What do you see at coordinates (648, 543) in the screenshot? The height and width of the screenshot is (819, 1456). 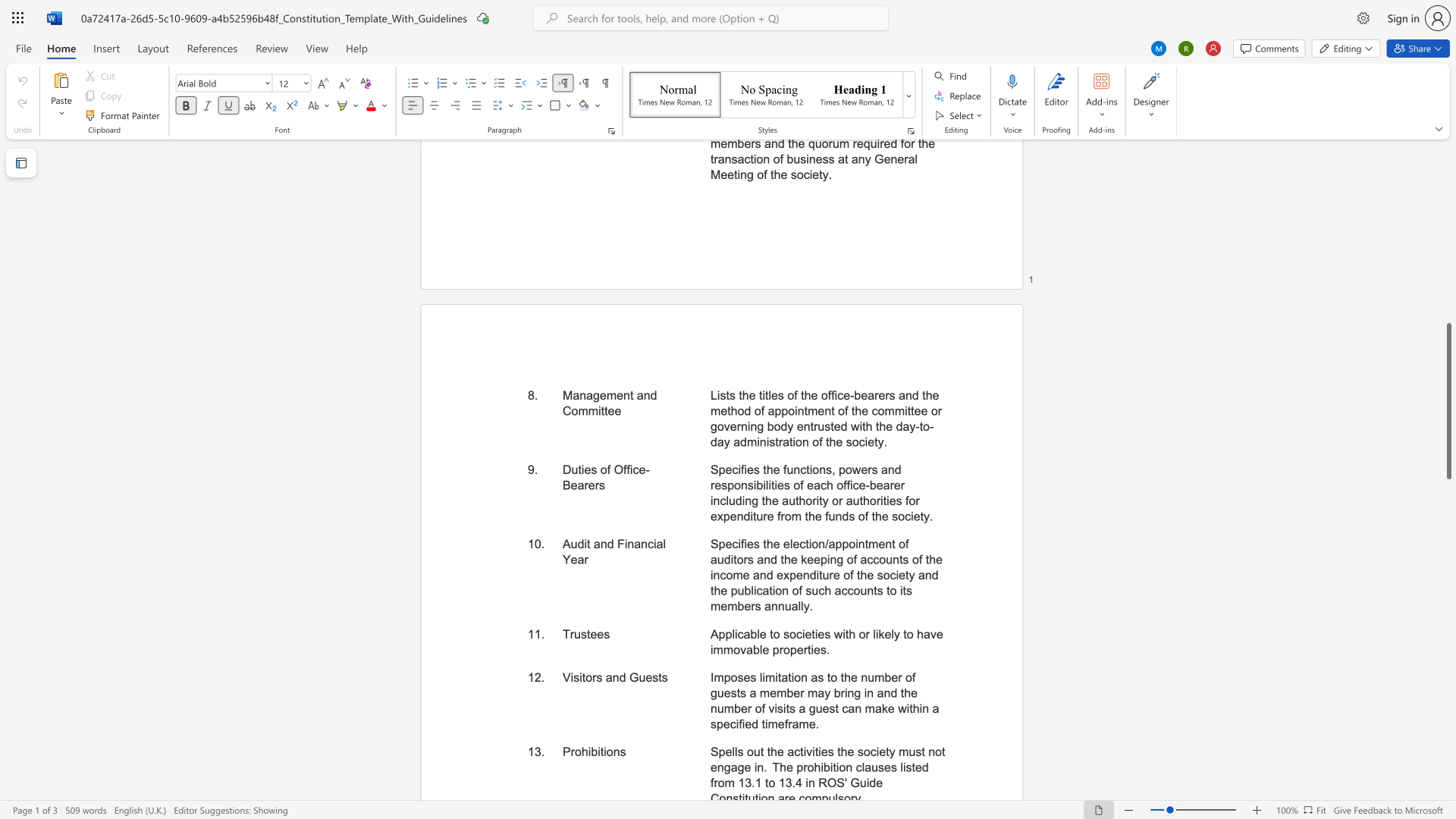 I see `the subset text "cial" within the text "Audit and Financial Year"` at bounding box center [648, 543].